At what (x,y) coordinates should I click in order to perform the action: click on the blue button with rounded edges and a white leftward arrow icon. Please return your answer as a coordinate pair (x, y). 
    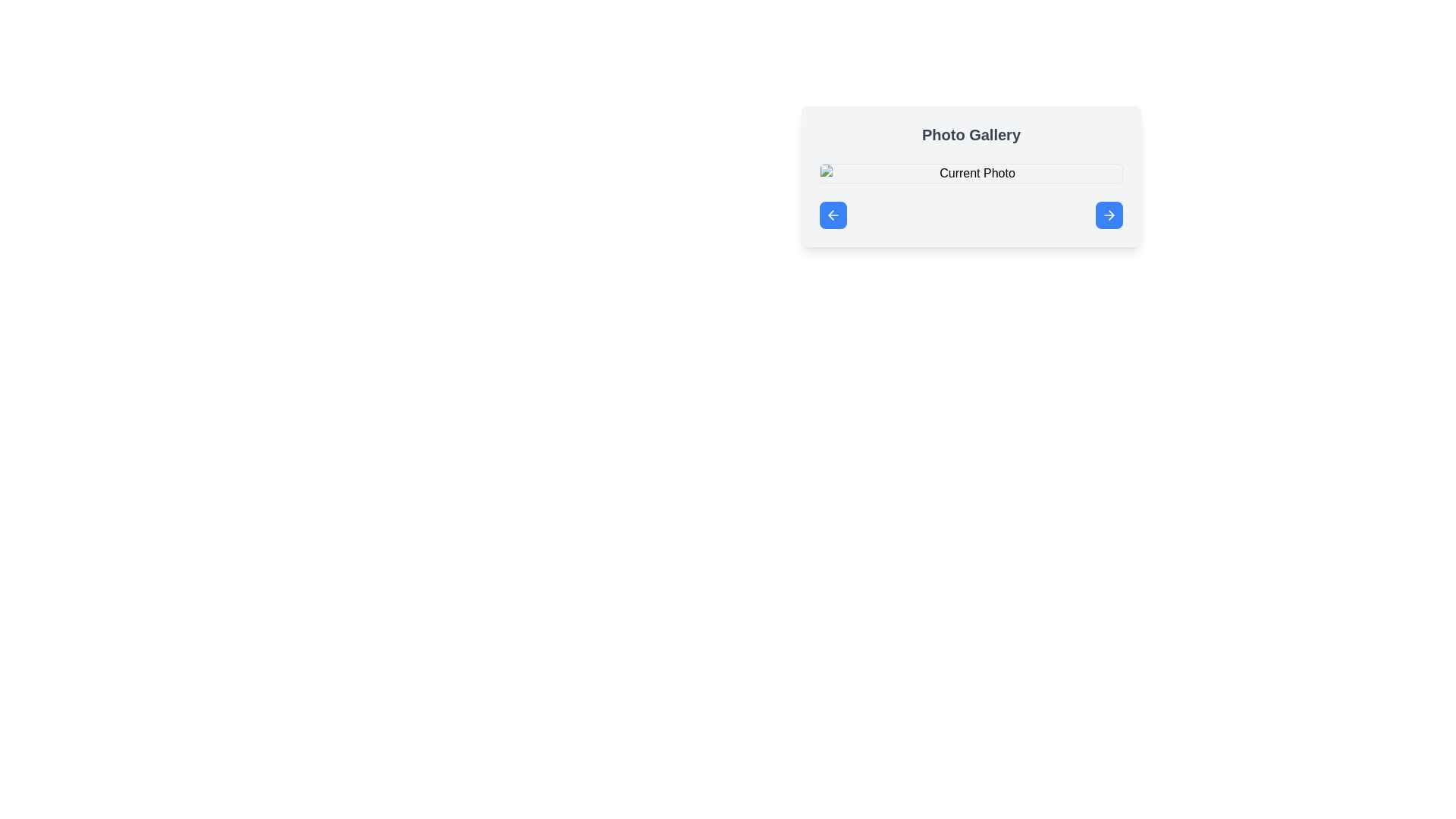
    Looking at the image, I should click on (833, 215).